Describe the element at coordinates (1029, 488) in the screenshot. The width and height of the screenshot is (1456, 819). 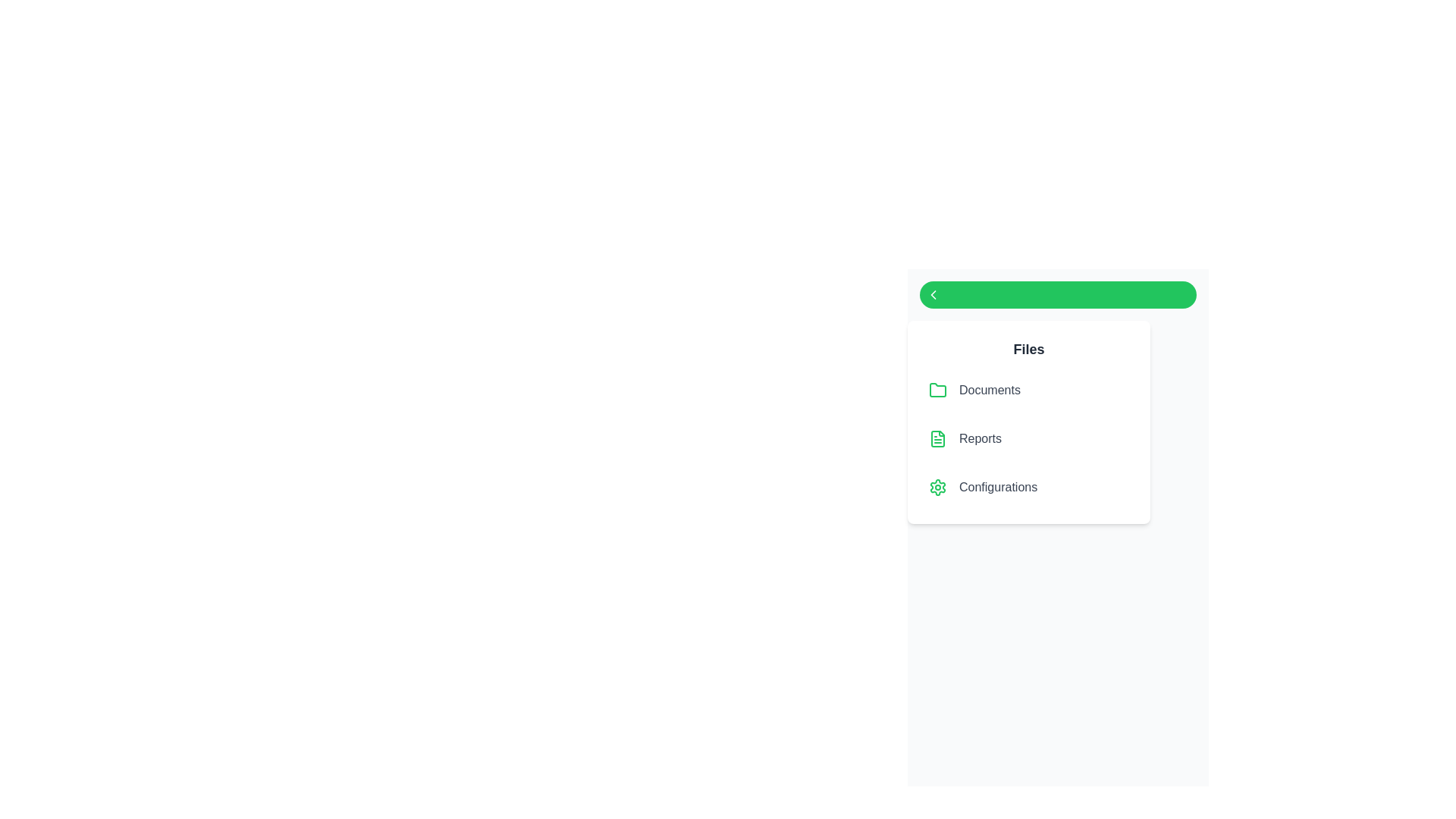
I see `the file item labeled 'Configurations' to highlight it` at that location.